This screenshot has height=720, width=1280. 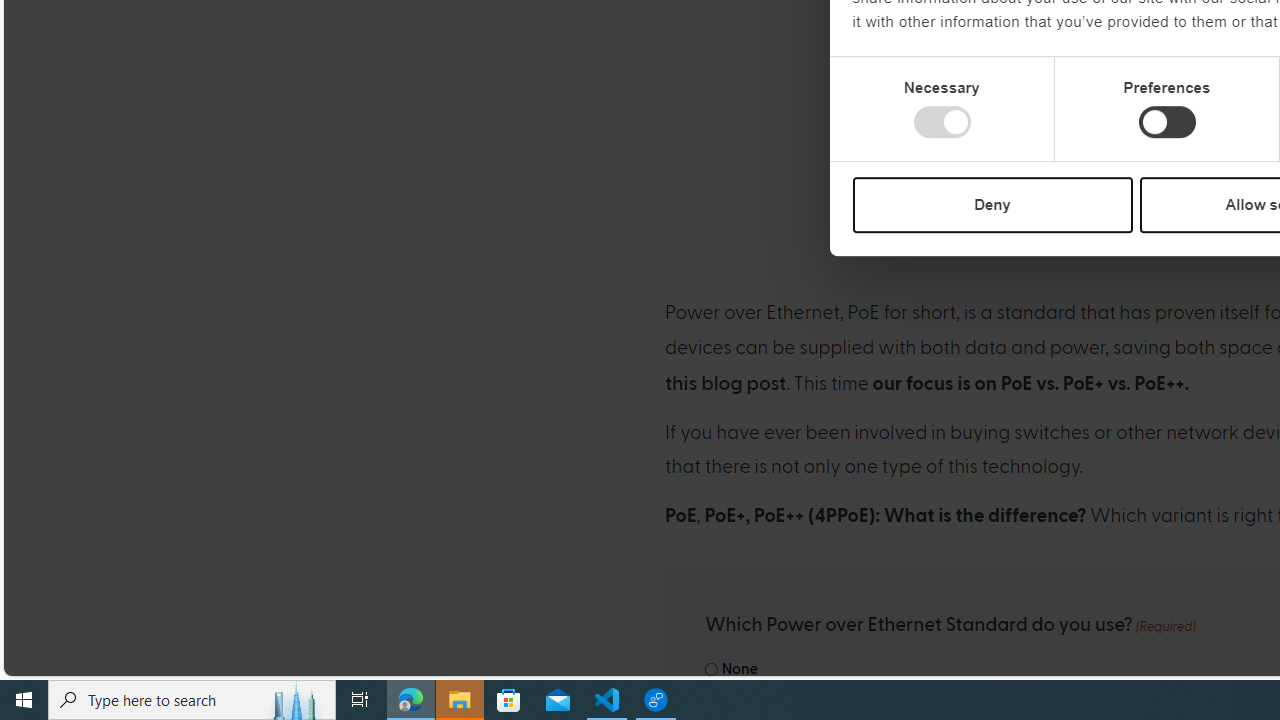 I want to click on 'None', so click(x=711, y=669).